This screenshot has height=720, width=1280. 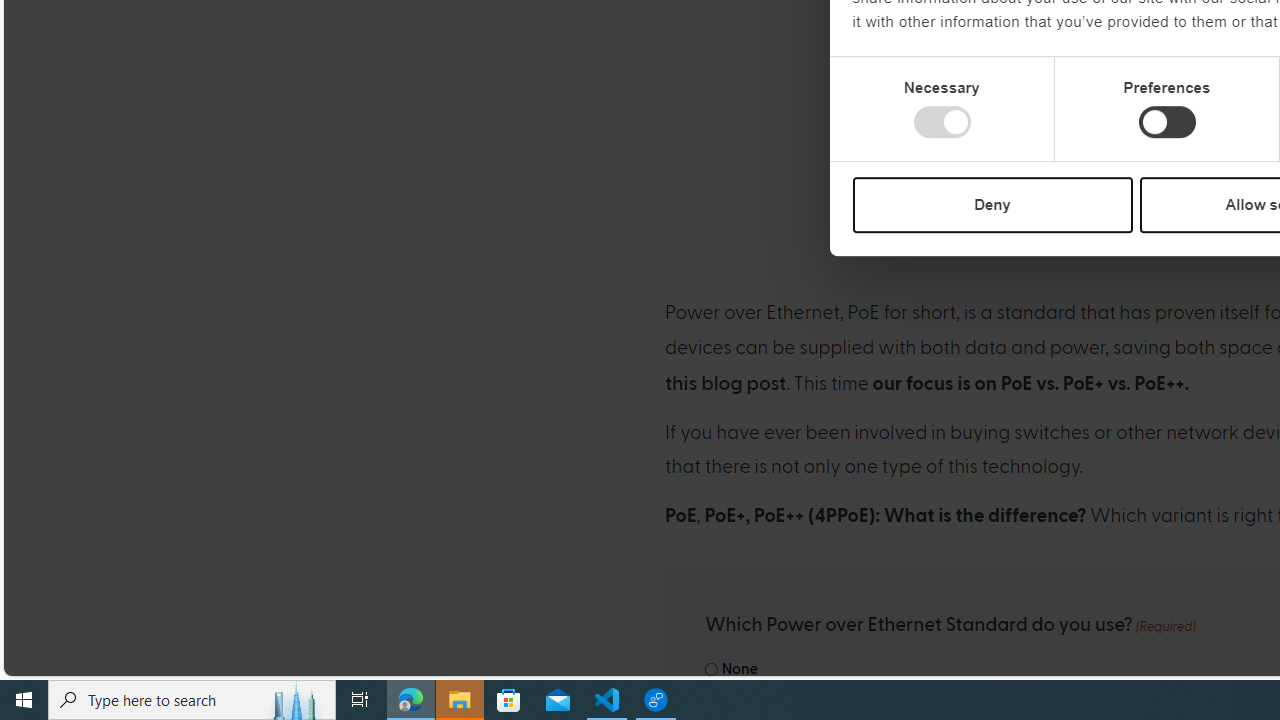 I want to click on 'None', so click(x=711, y=669).